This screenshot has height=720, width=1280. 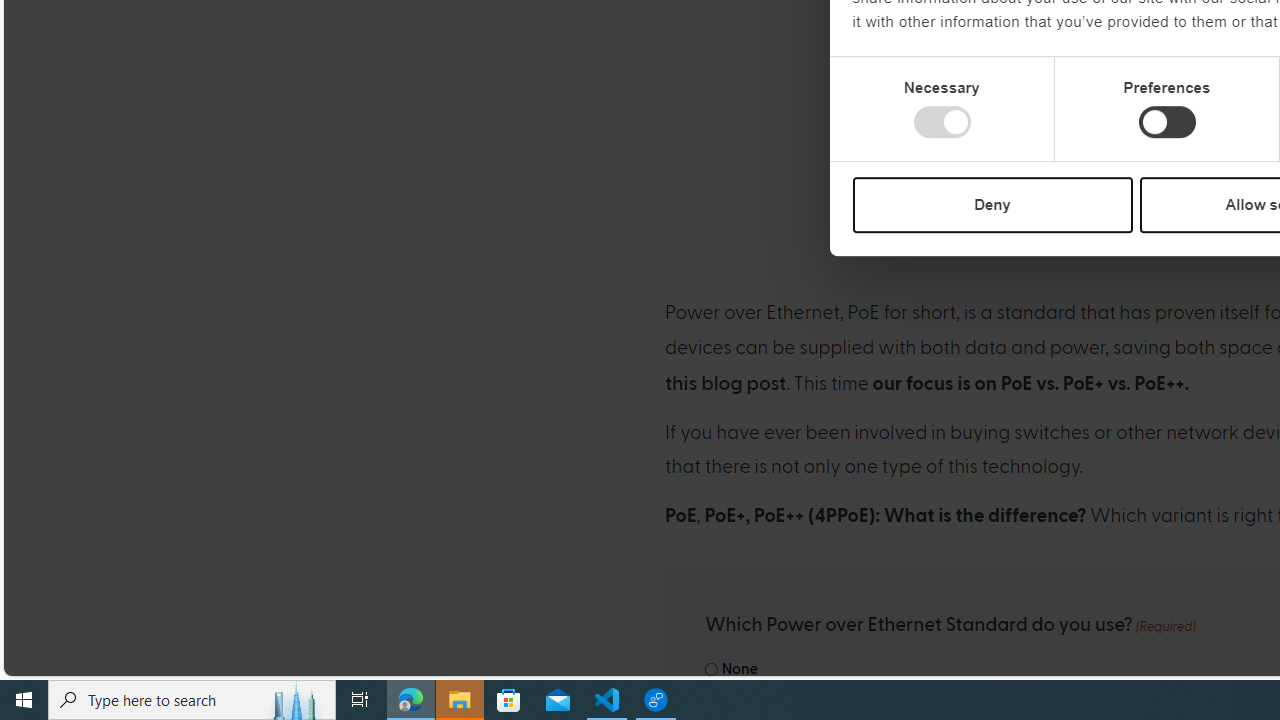 I want to click on 'None', so click(x=711, y=669).